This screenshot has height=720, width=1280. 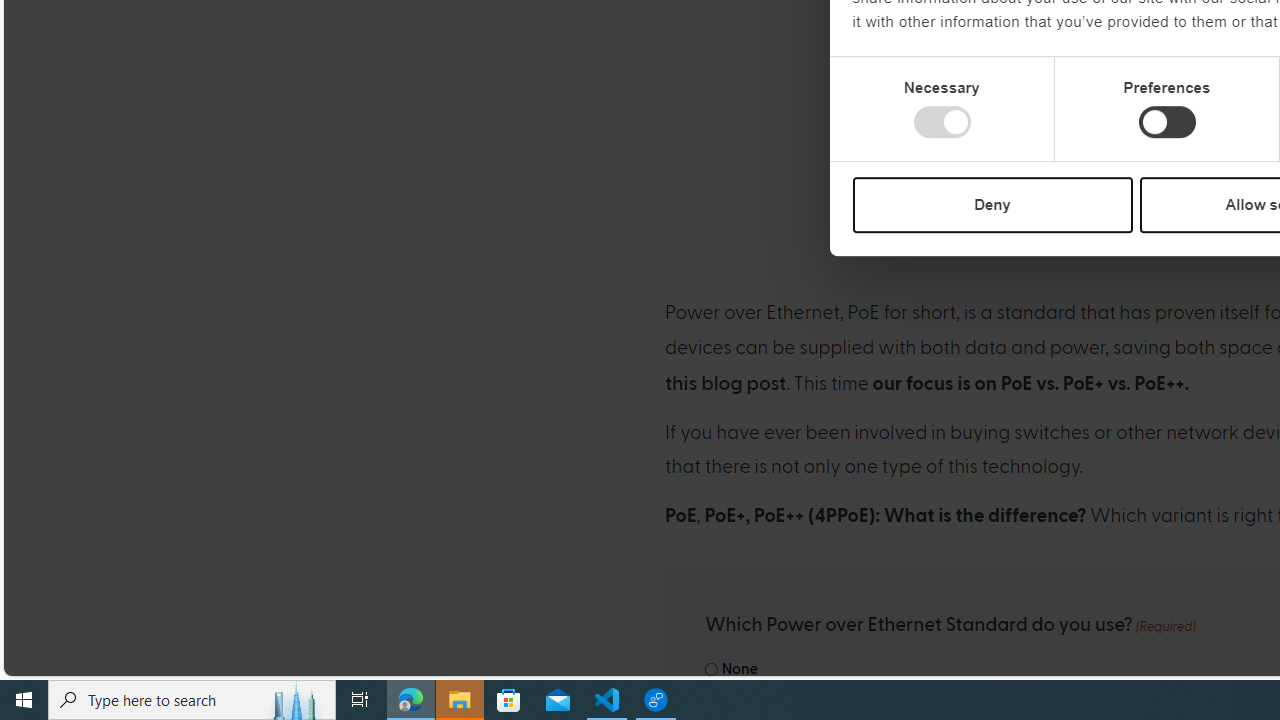 I want to click on 'None', so click(x=711, y=669).